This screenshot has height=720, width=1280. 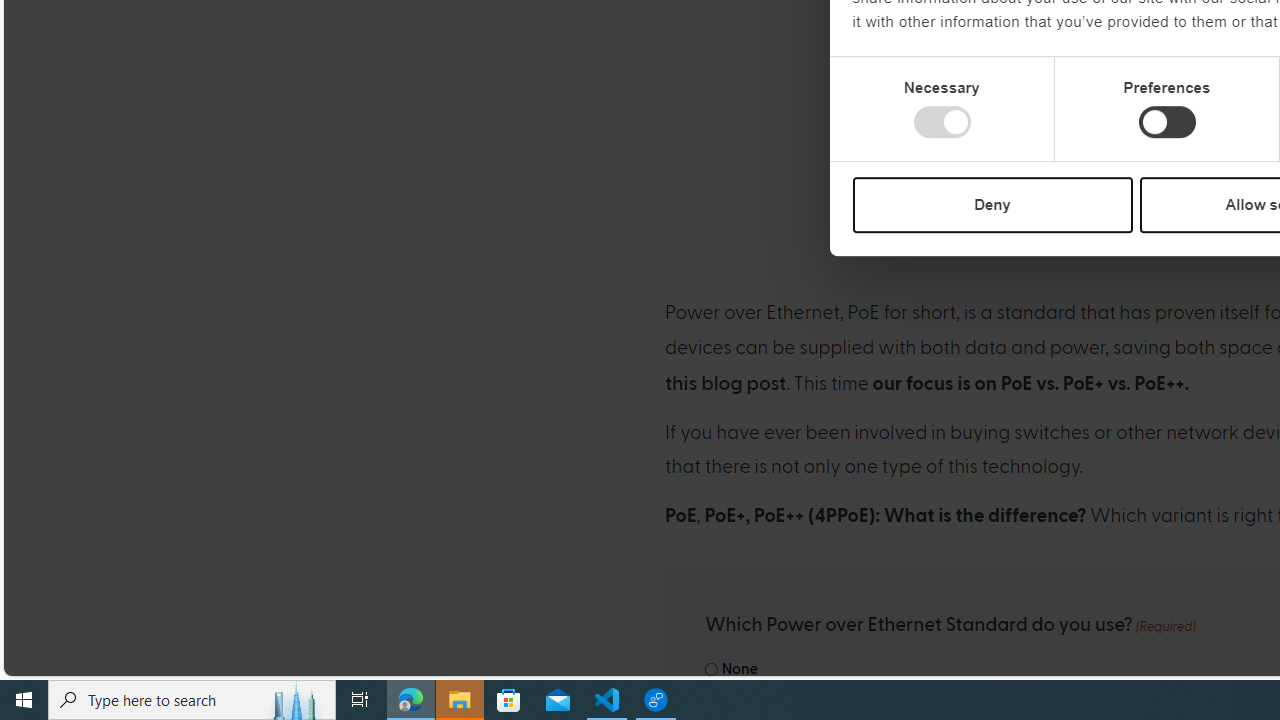 I want to click on 'None', so click(x=711, y=669).